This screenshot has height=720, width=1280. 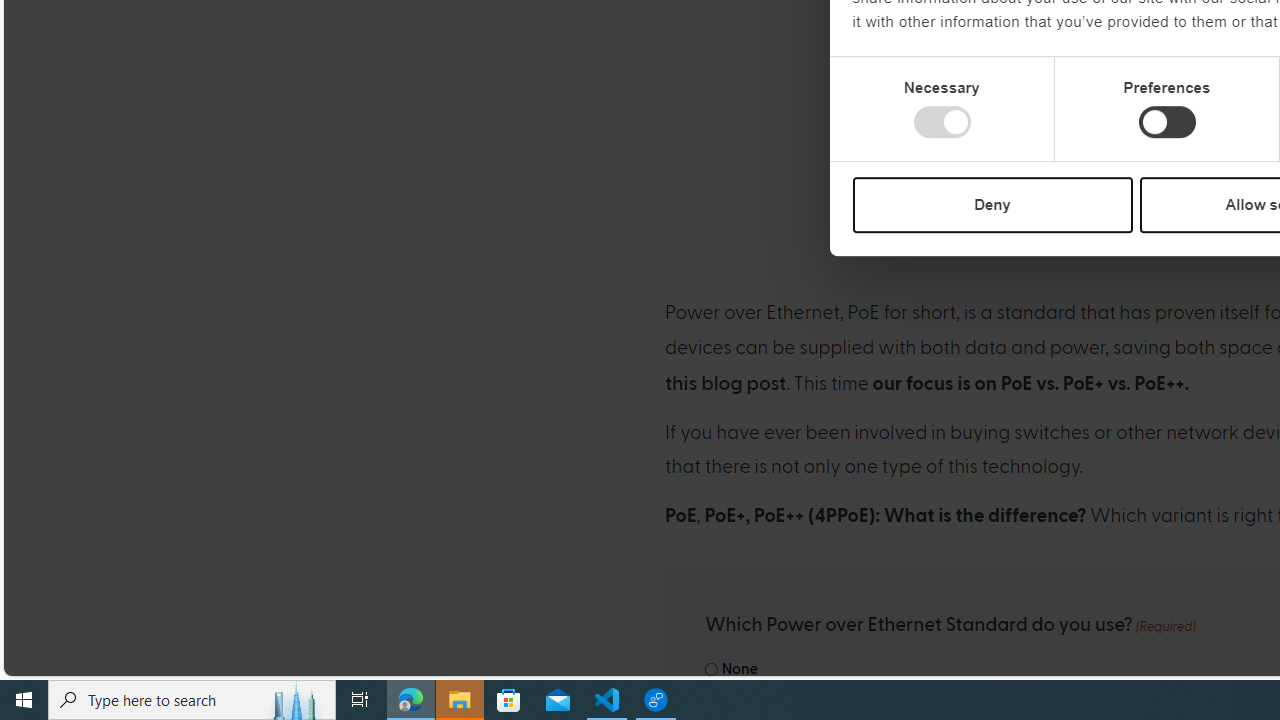 I want to click on 'None', so click(x=711, y=669).